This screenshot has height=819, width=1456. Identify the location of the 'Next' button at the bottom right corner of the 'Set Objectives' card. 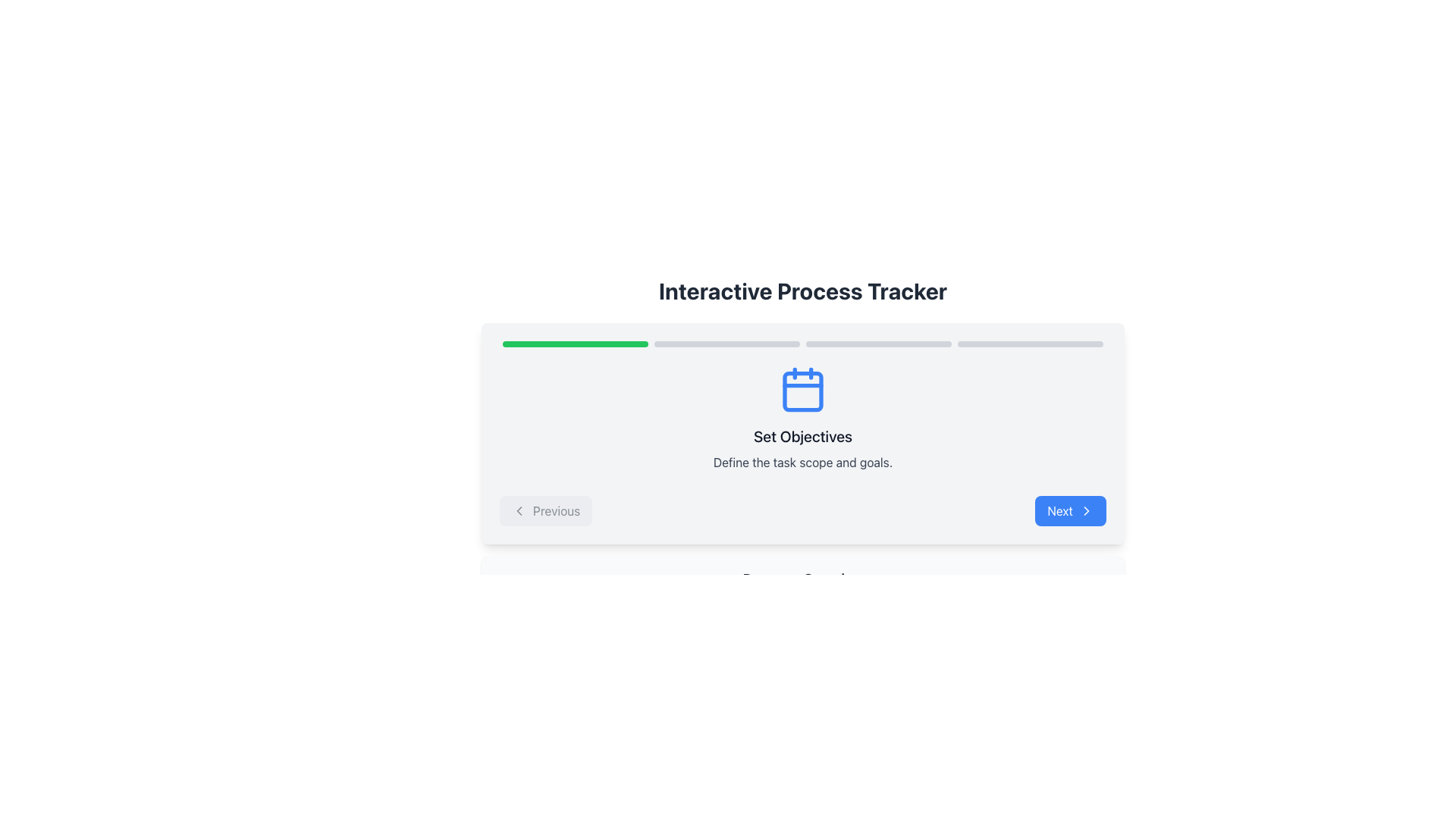
(1086, 511).